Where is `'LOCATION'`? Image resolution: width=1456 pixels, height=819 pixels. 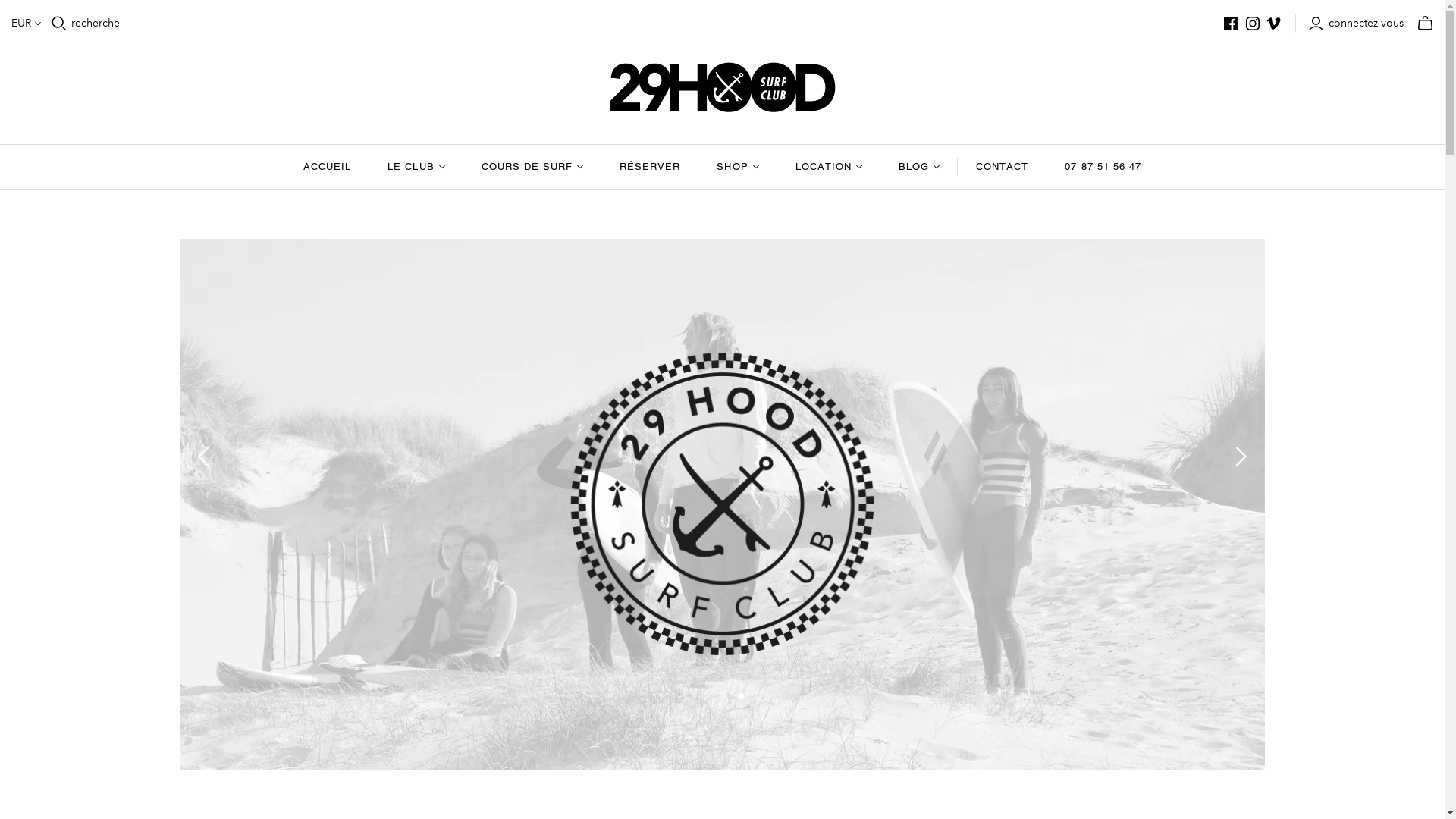
'LOCATION' is located at coordinates (777, 166).